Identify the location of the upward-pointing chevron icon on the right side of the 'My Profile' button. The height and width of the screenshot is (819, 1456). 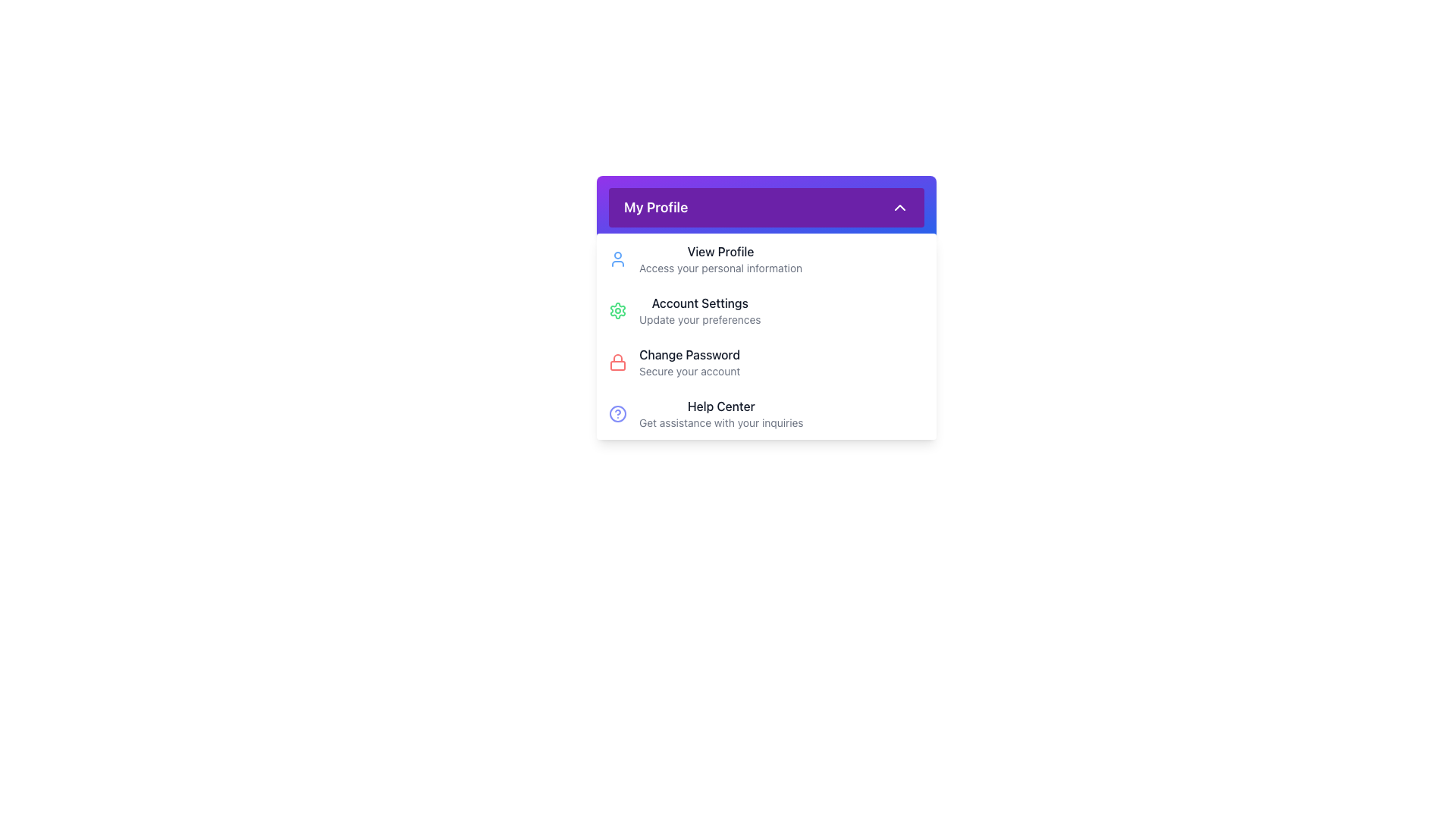
(899, 207).